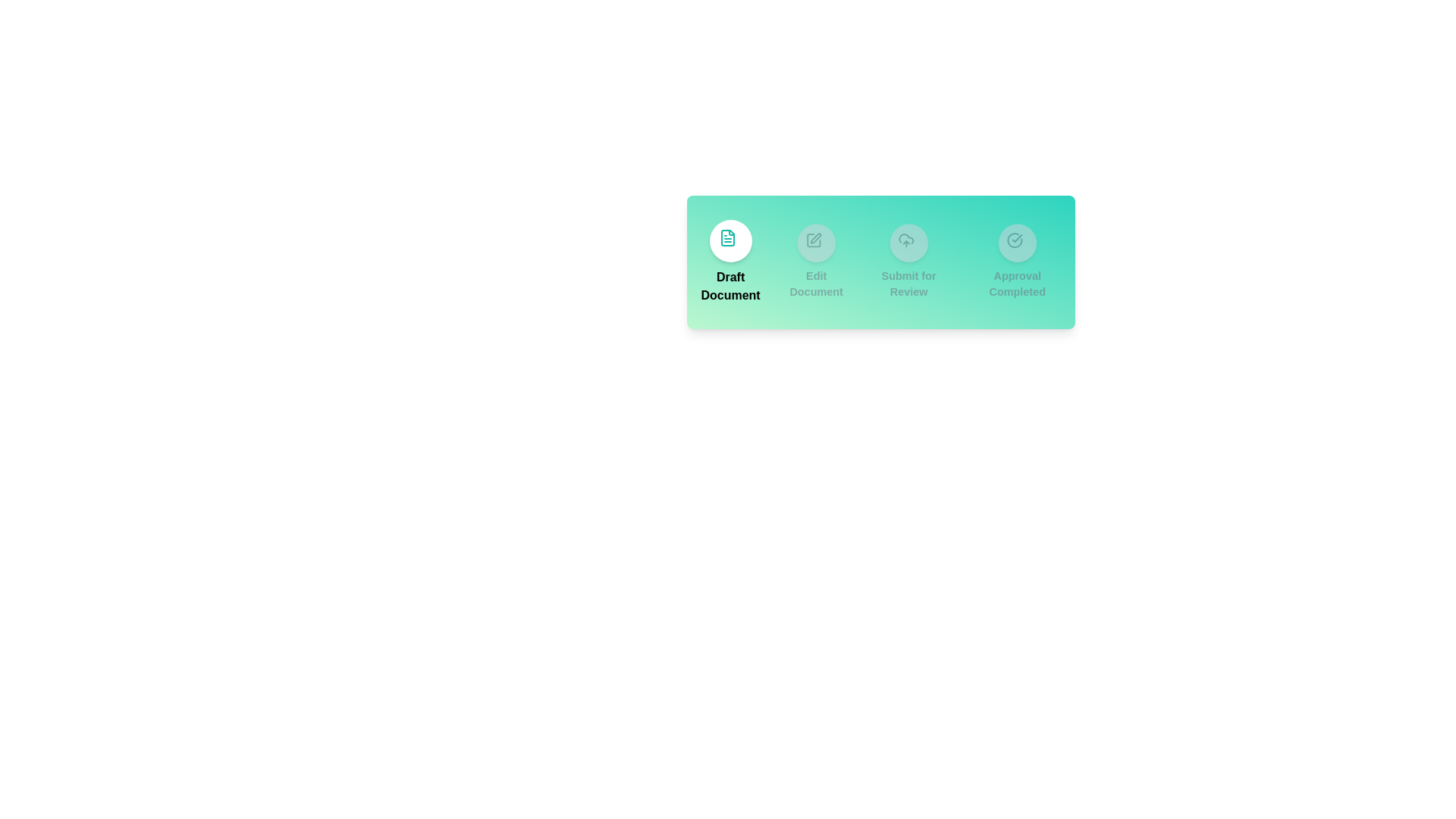 The width and height of the screenshot is (1456, 819). What do you see at coordinates (730, 262) in the screenshot?
I see `the step corresponding to Draft Document` at bounding box center [730, 262].